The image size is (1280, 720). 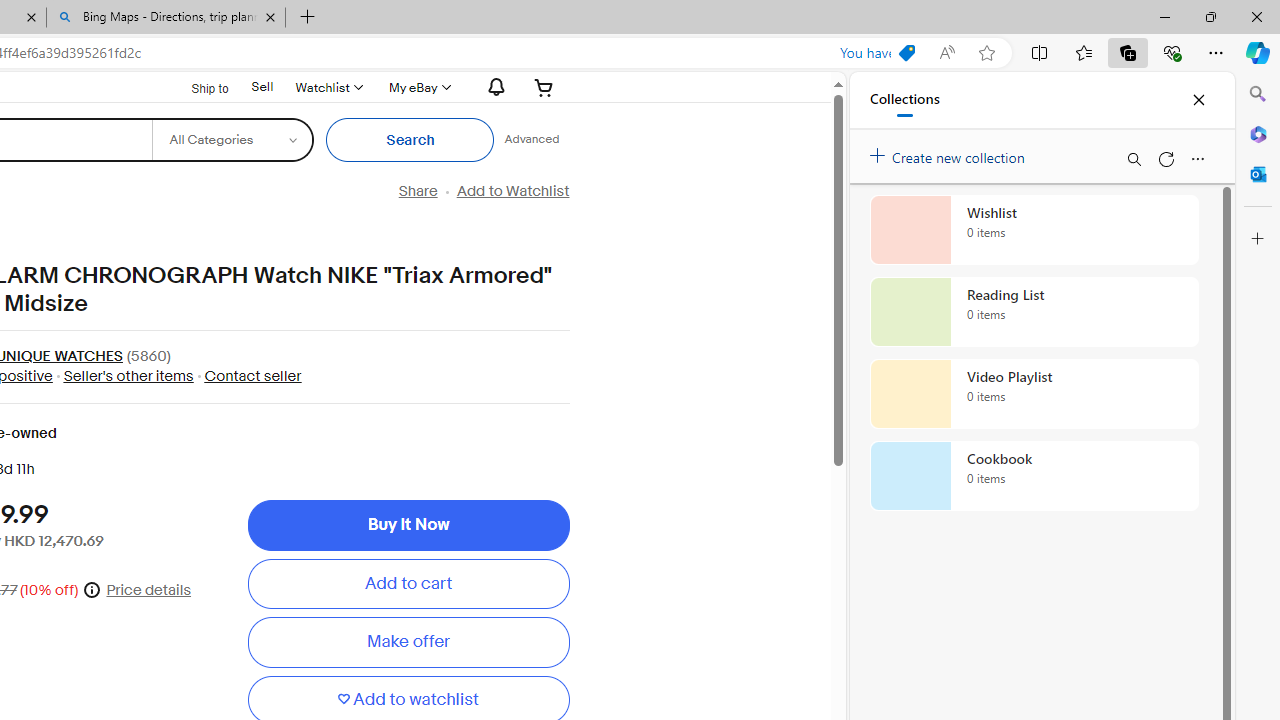 What do you see at coordinates (544, 86) in the screenshot?
I see `'Expand Cart'` at bounding box center [544, 86].